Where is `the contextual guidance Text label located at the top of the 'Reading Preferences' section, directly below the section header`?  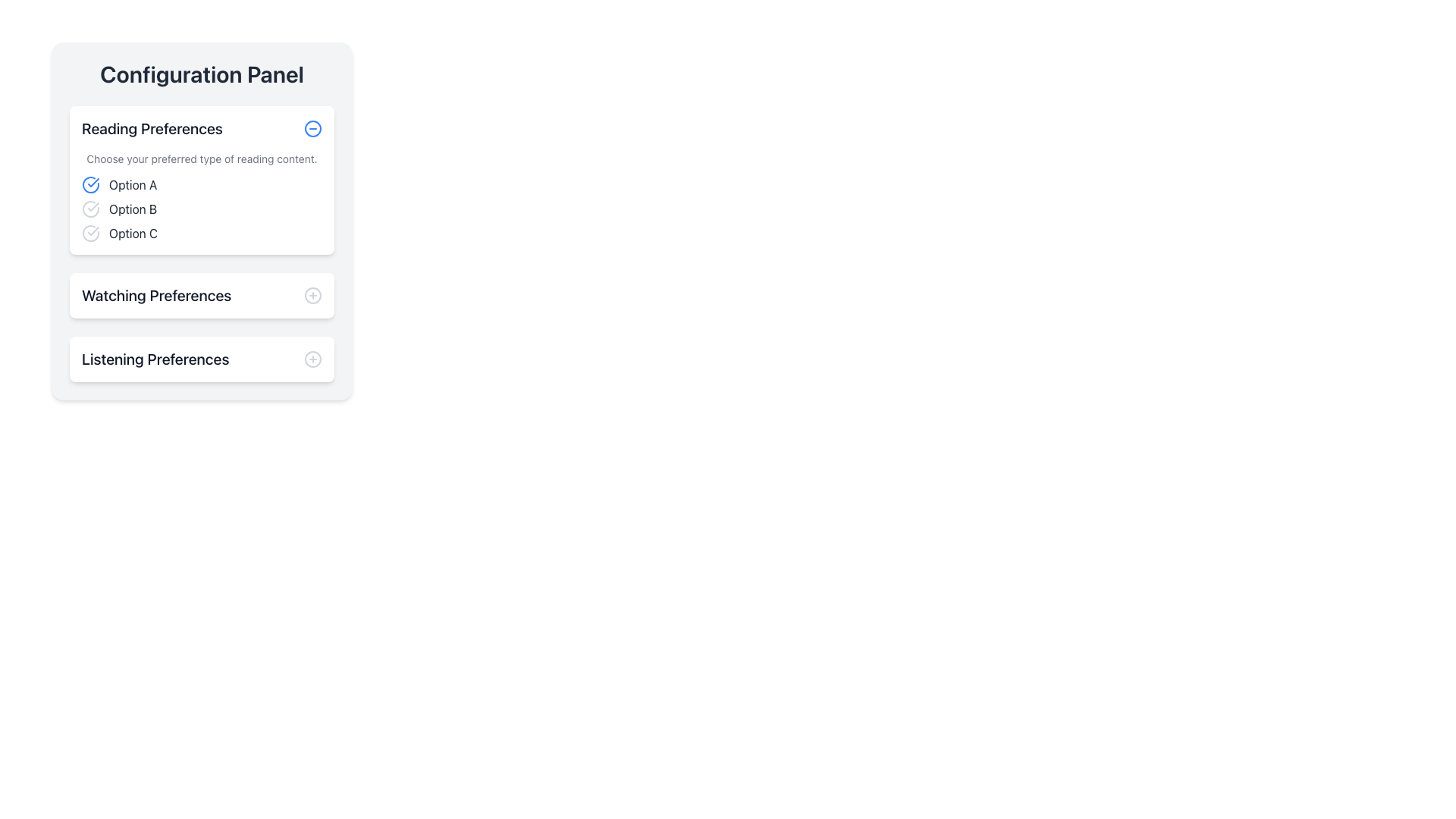
the contextual guidance Text label located at the top of the 'Reading Preferences' section, directly below the section header is located at coordinates (201, 158).